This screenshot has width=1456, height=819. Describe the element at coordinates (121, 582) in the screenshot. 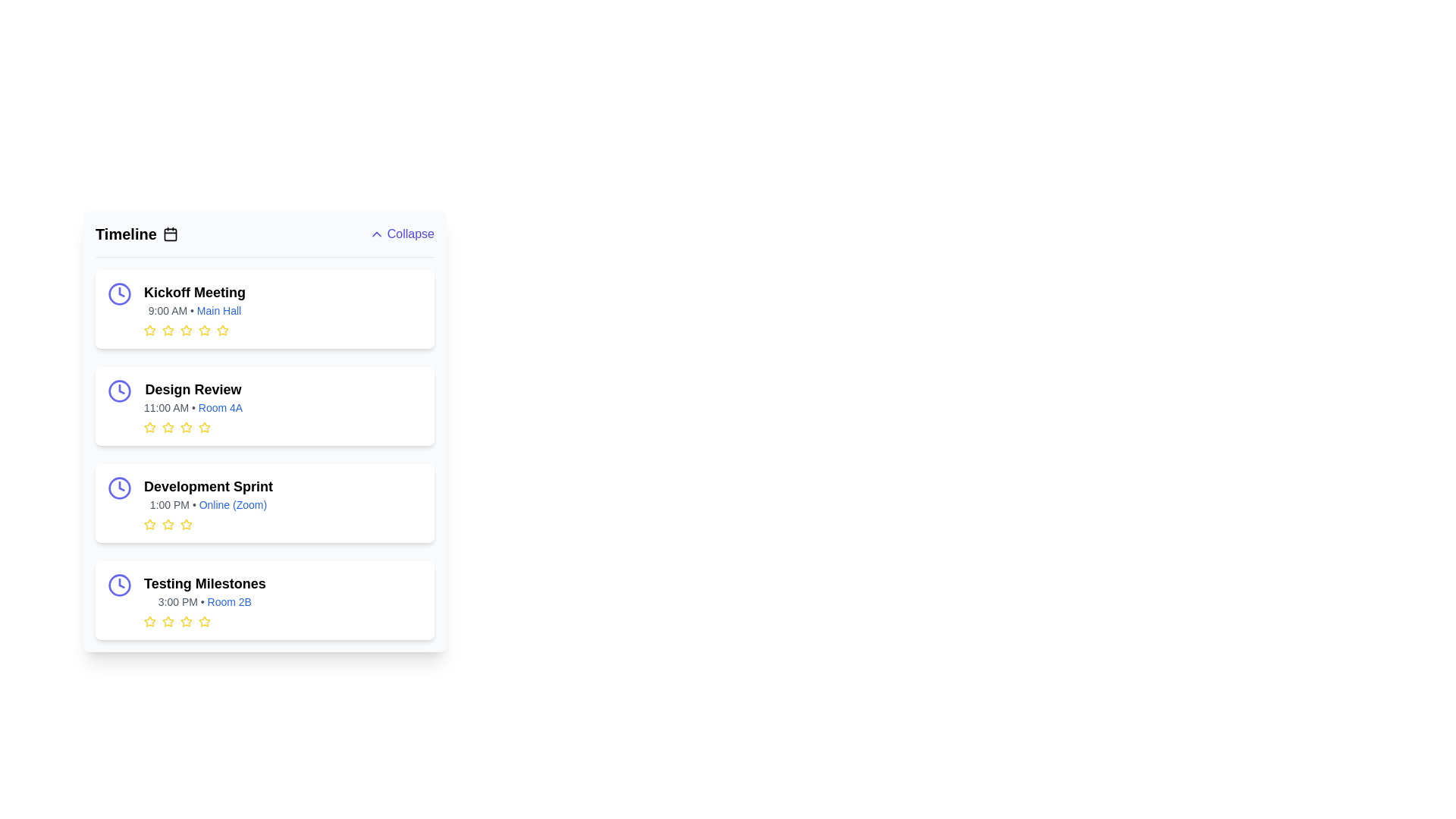

I see `the triangular shape within the clock icon, which serves as a key visual component indicating the clock hands` at that location.